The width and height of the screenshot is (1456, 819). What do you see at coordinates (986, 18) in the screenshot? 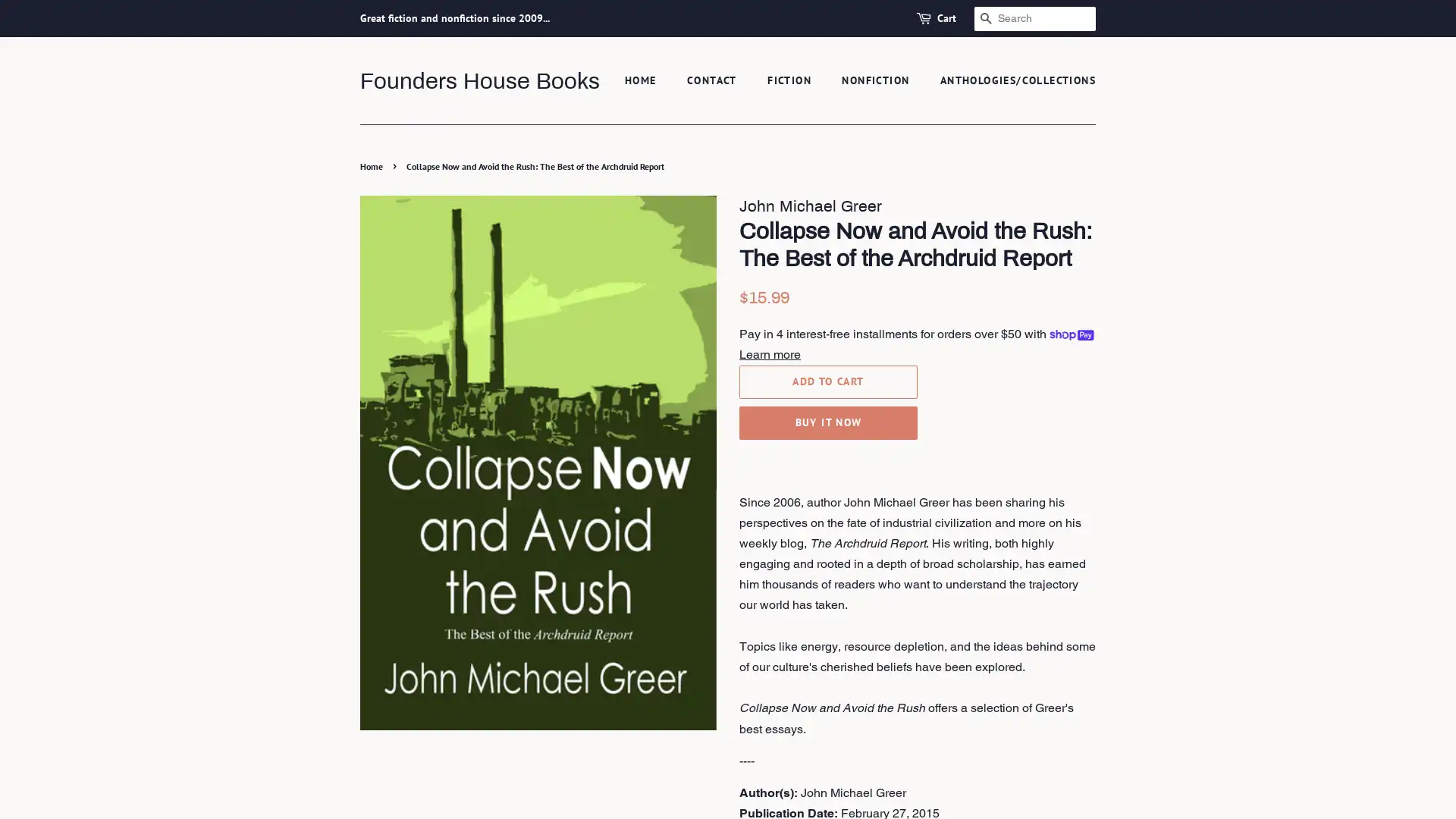
I see `SEARCH` at bounding box center [986, 18].